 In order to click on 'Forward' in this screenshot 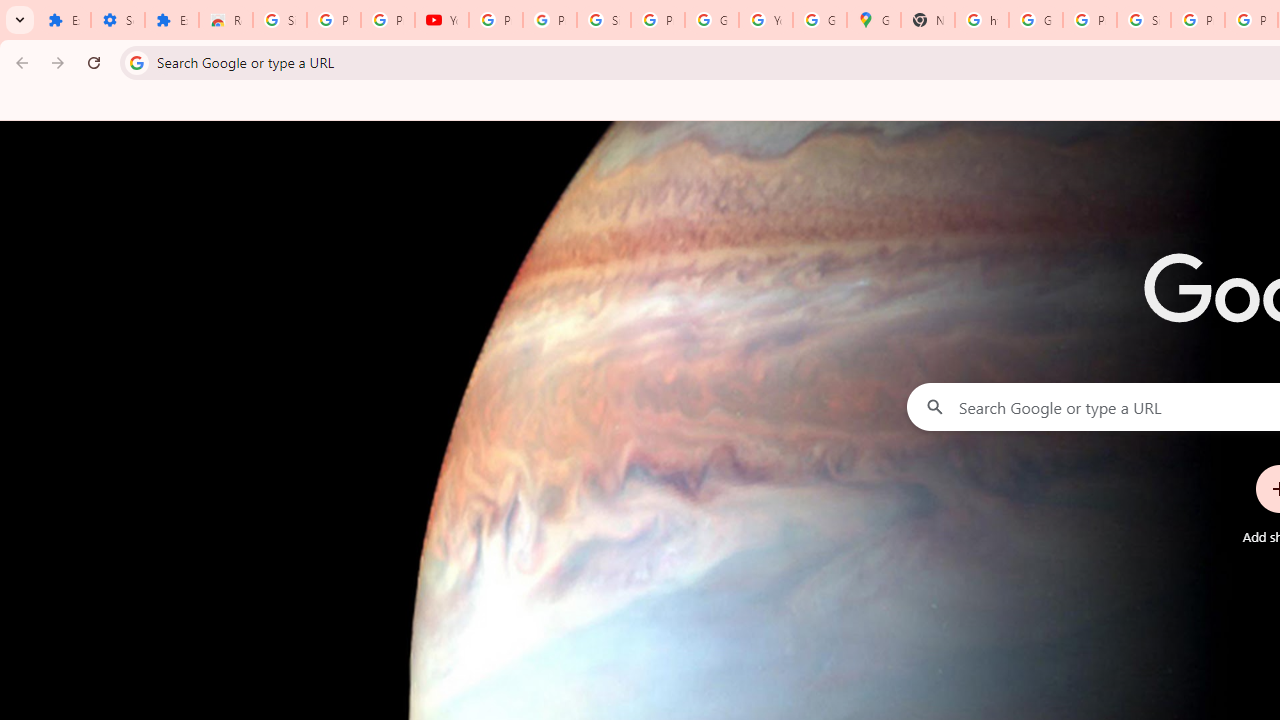, I will do `click(58, 61)`.